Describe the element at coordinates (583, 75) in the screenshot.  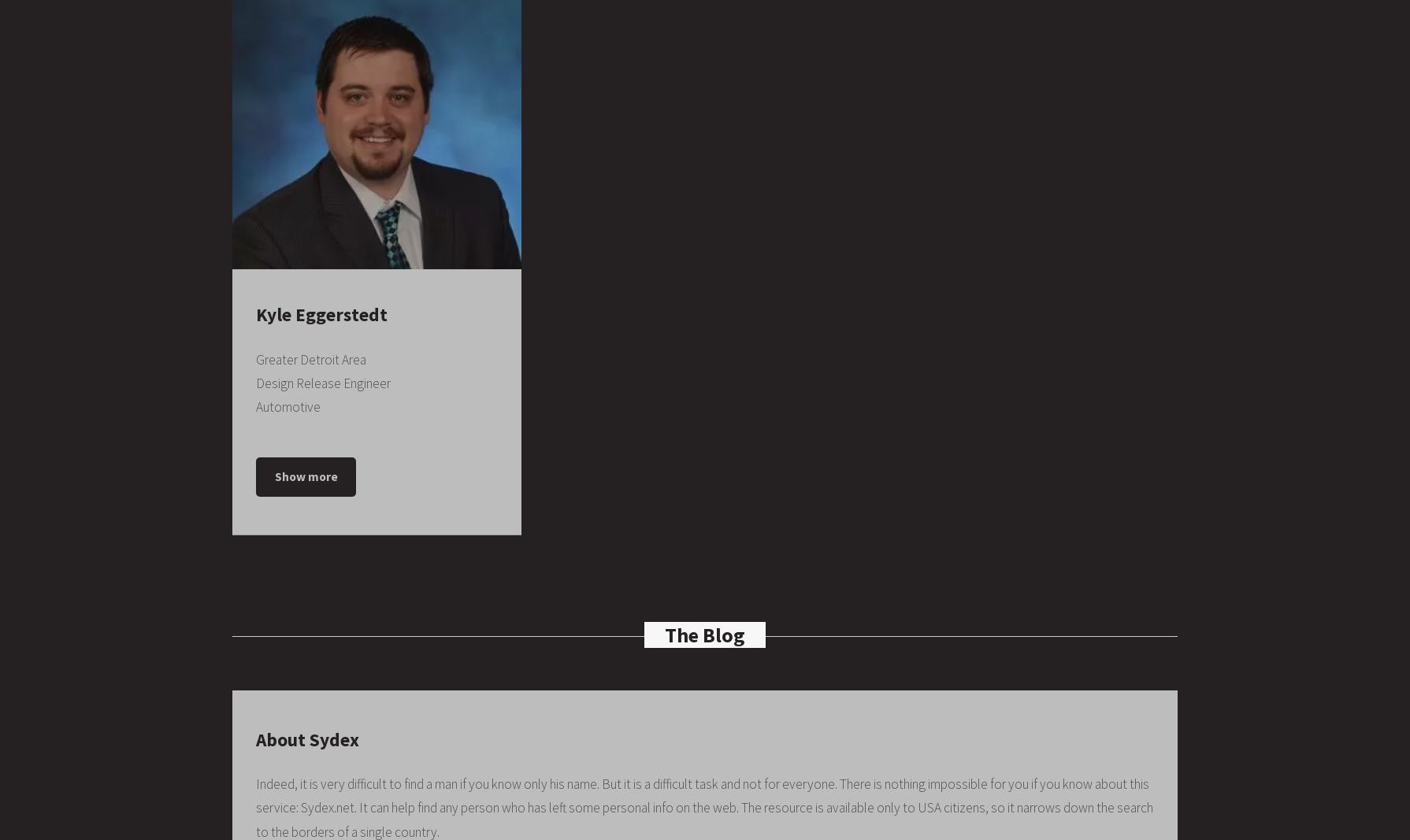
I see `'Whitman-Walker Clinic'` at that location.